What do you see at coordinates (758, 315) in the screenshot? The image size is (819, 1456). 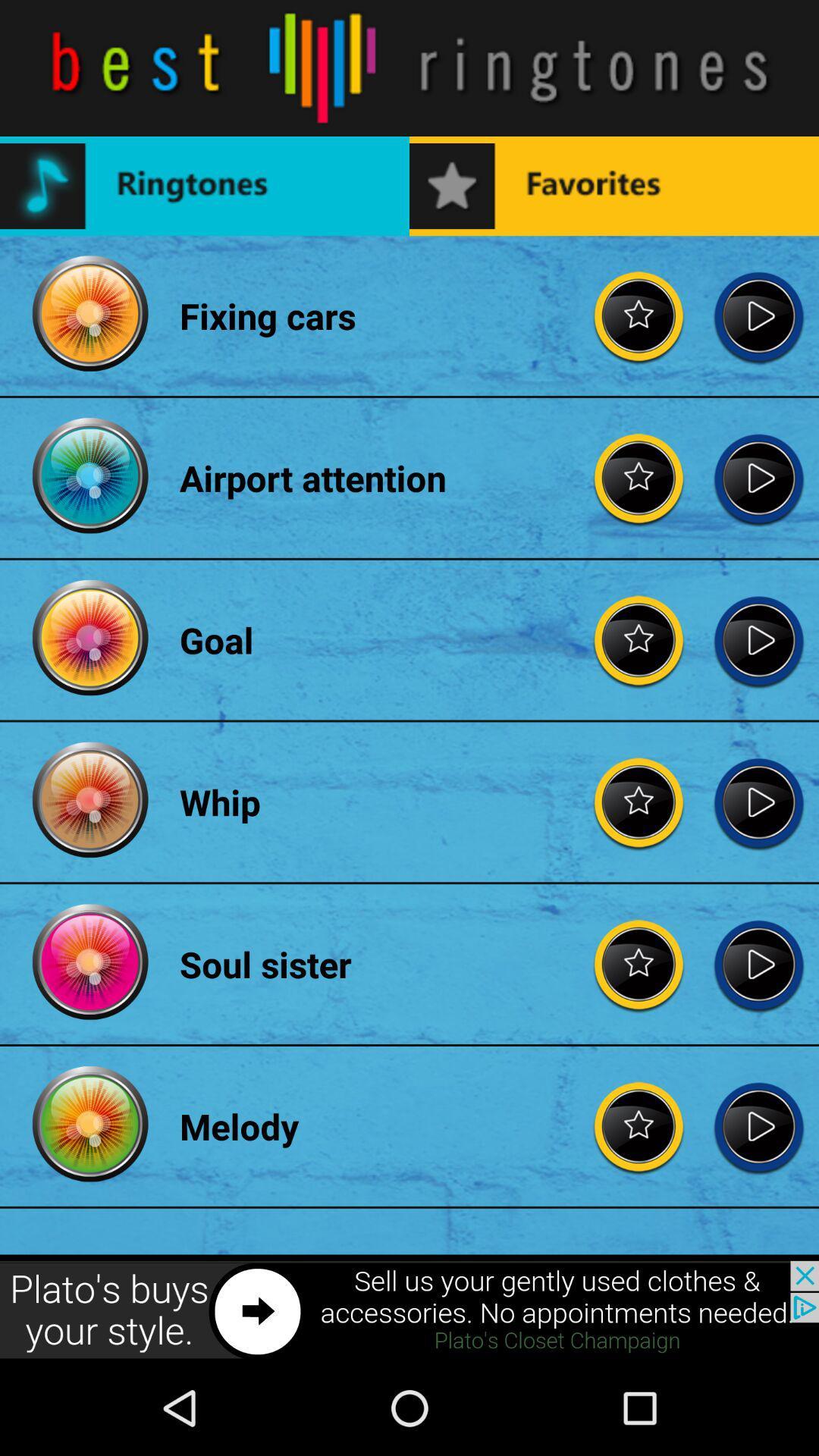 I see `the article` at bounding box center [758, 315].